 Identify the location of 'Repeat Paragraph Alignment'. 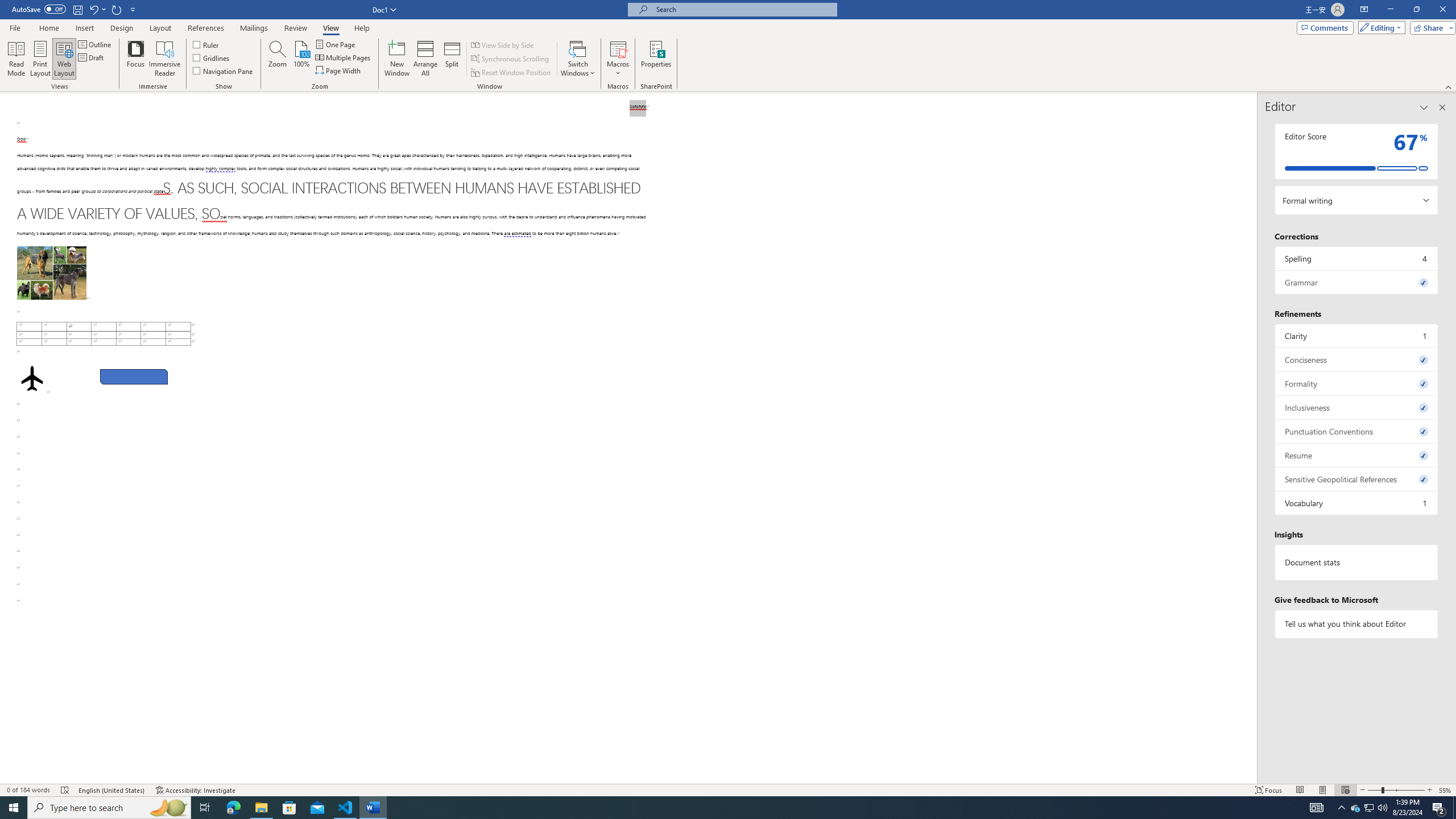
(117, 9).